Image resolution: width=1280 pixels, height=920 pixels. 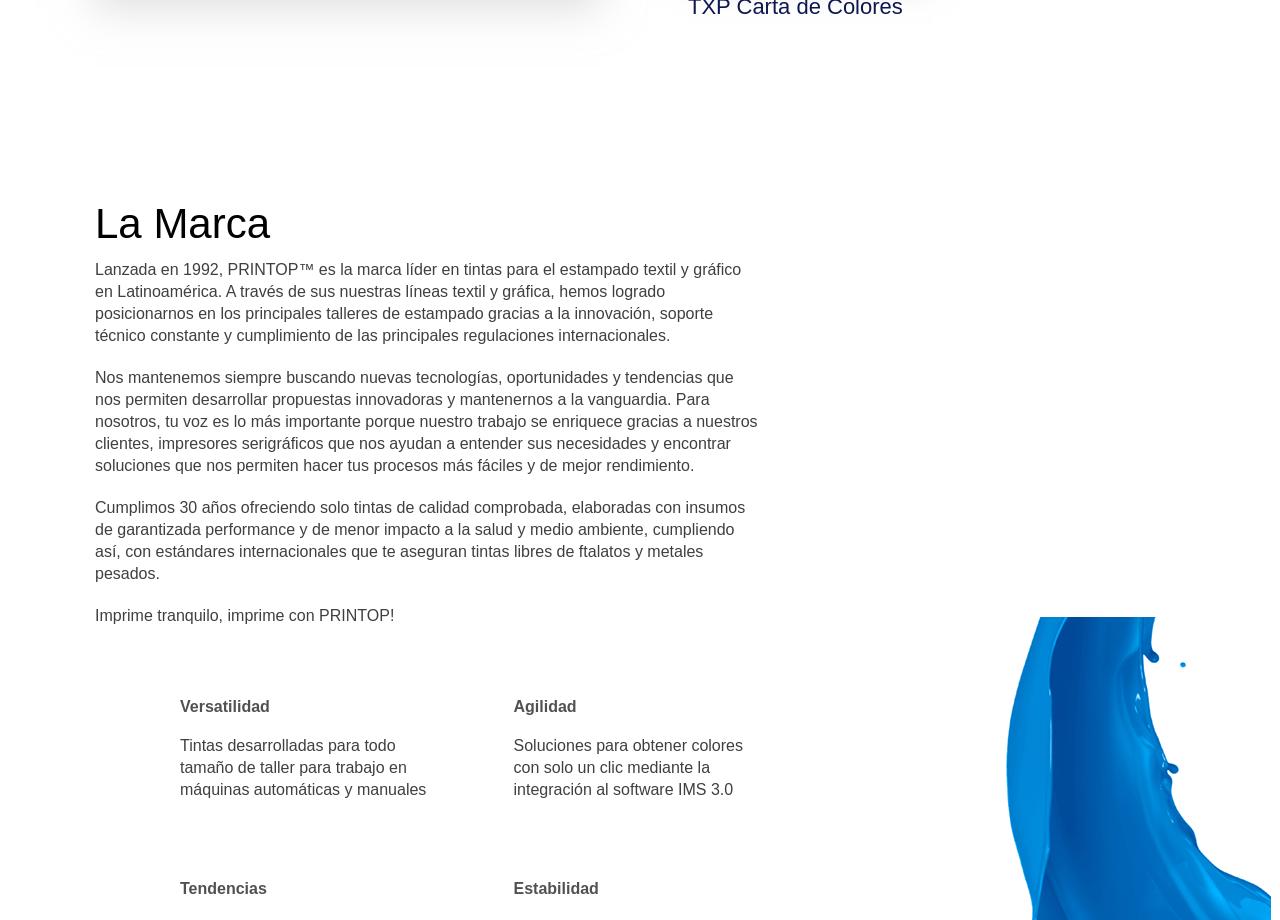 What do you see at coordinates (418, 540) in the screenshot?
I see `'Cumplimos 30 años ofreciendo solo tintas de calidad comprobada, elaboradas con insumos de garantizada performance y de menor impacto a la salud y medio ambiente, cumpliendo así, con estándares internacionales que te aseguran tintas libres de ftalatos y metales pesados.'` at bounding box center [418, 540].